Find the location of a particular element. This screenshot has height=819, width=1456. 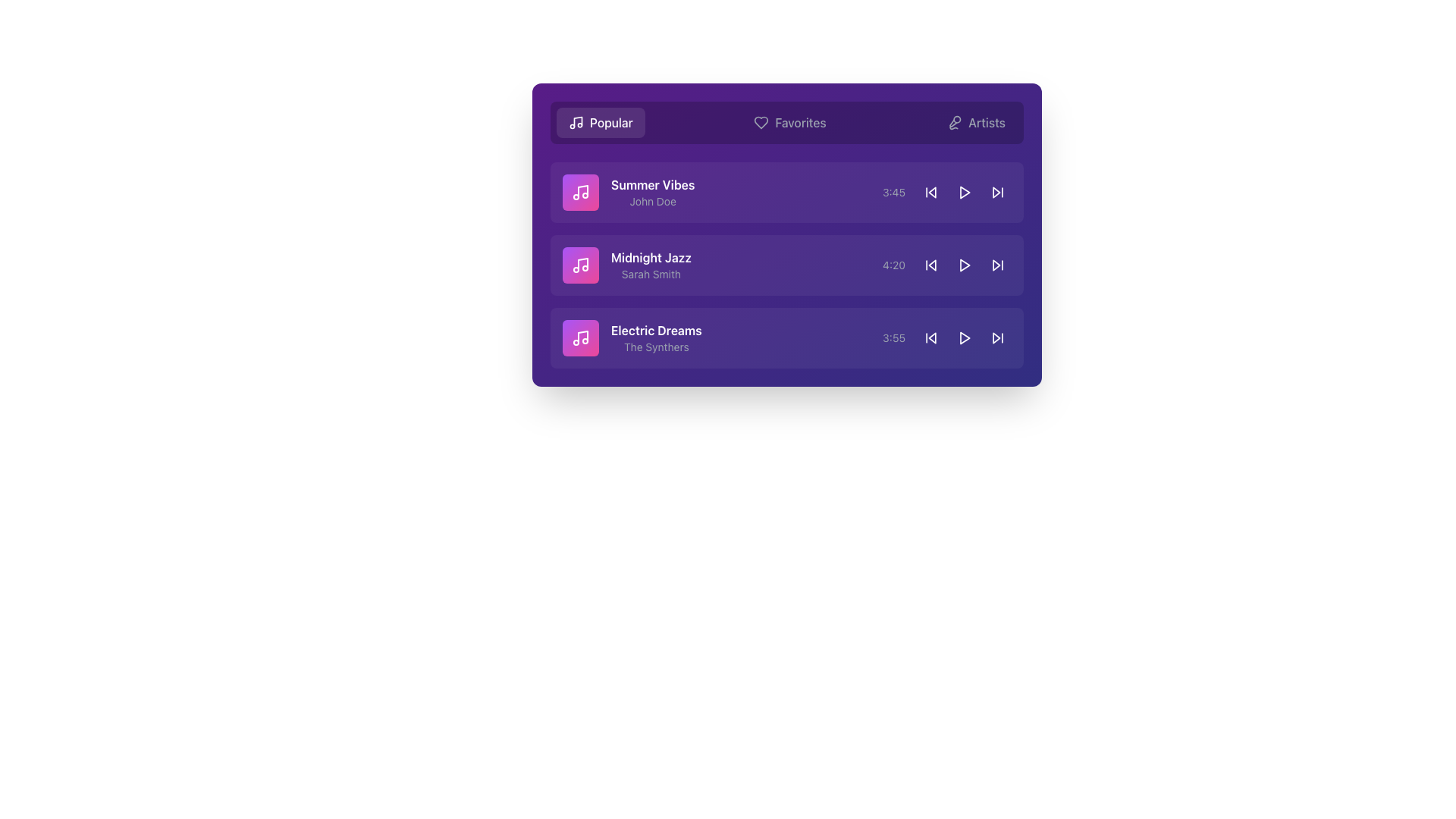

the 'Favorites' button in the navigation bar, which features a heart icon and is flanked by 'Popular' and 'Artists' buttons is located at coordinates (789, 122).